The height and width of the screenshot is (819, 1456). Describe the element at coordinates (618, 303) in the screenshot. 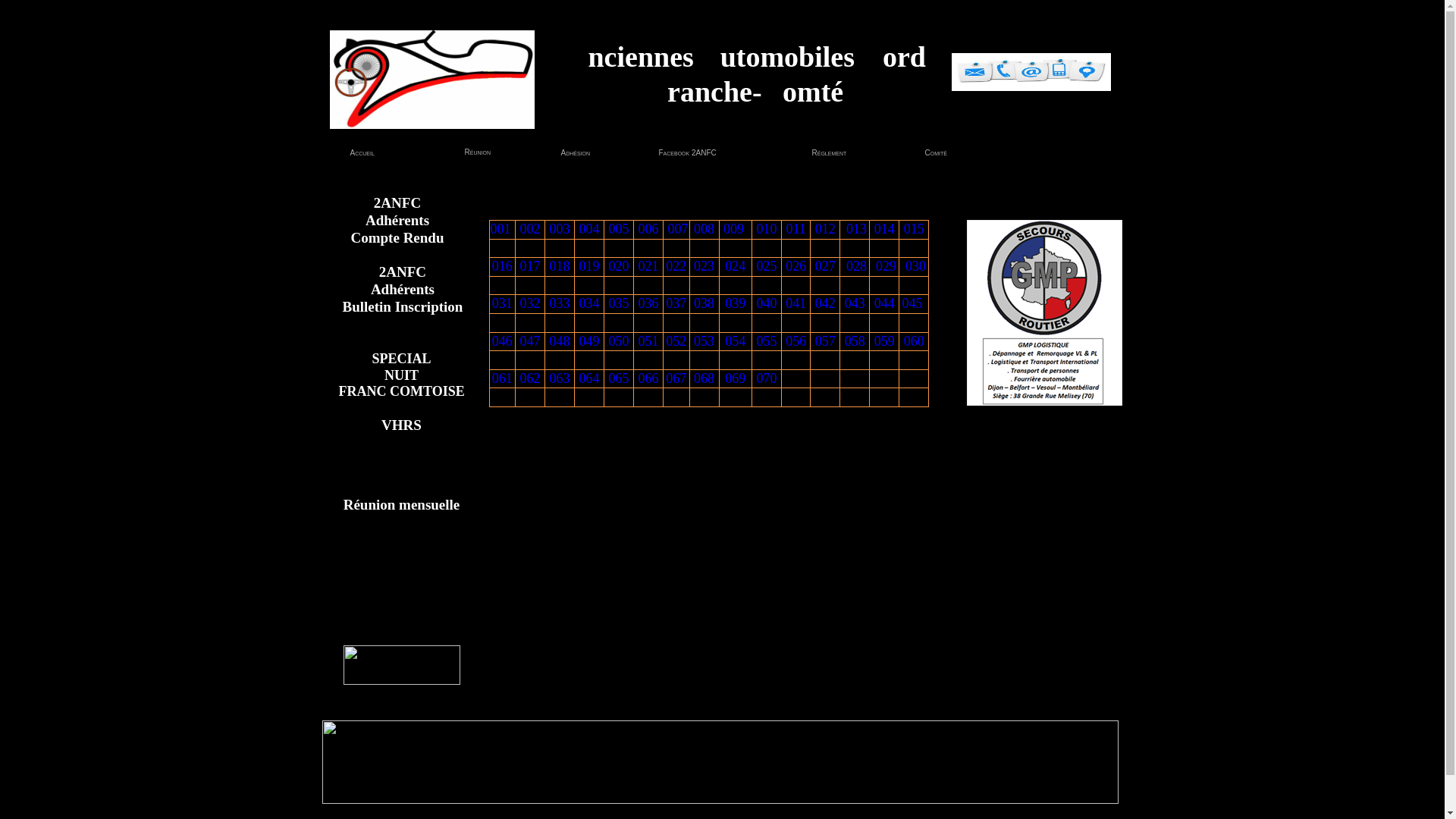

I see `'035'` at that location.